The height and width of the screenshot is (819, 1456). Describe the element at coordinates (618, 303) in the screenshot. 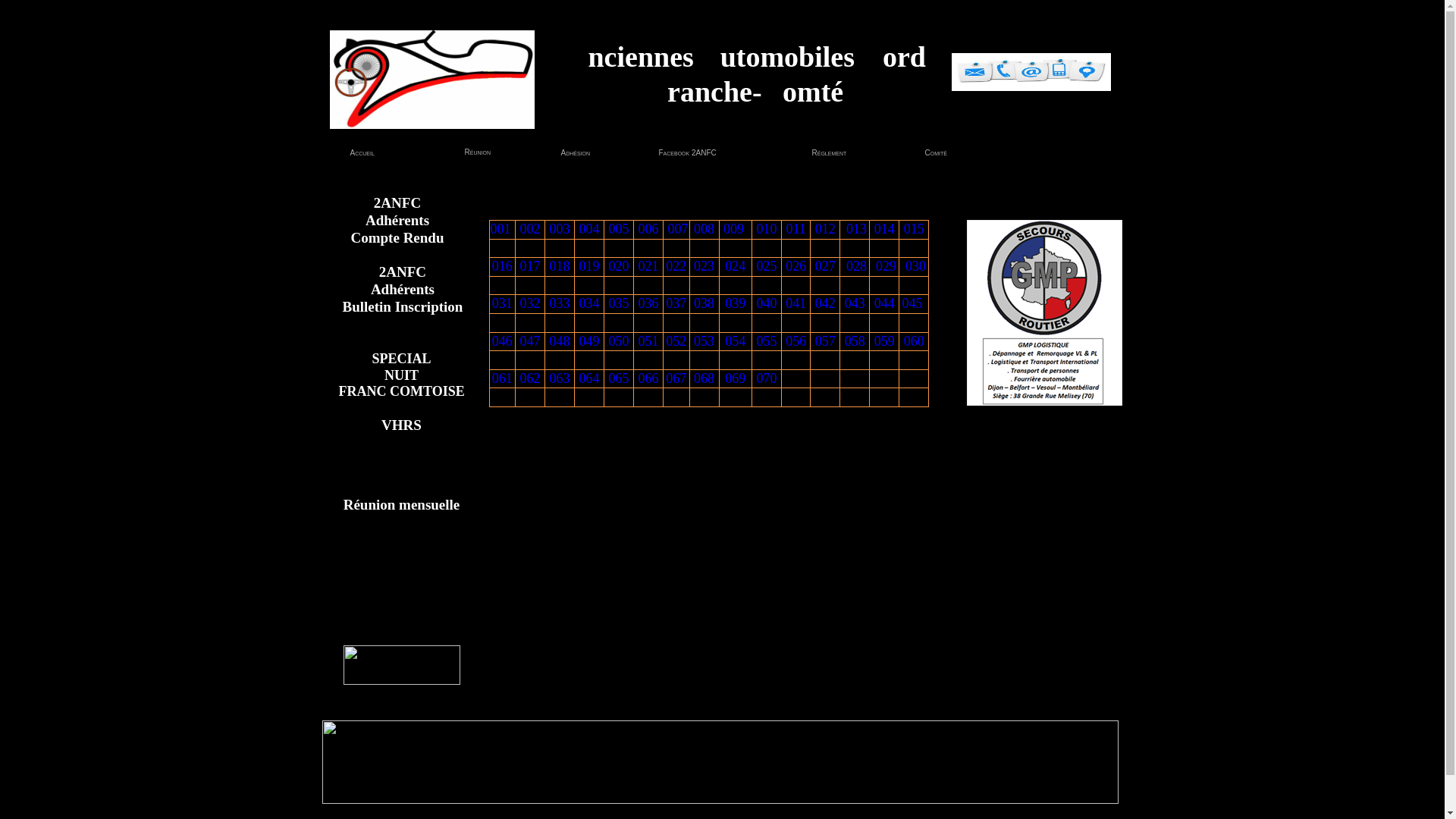

I see `'035'` at that location.